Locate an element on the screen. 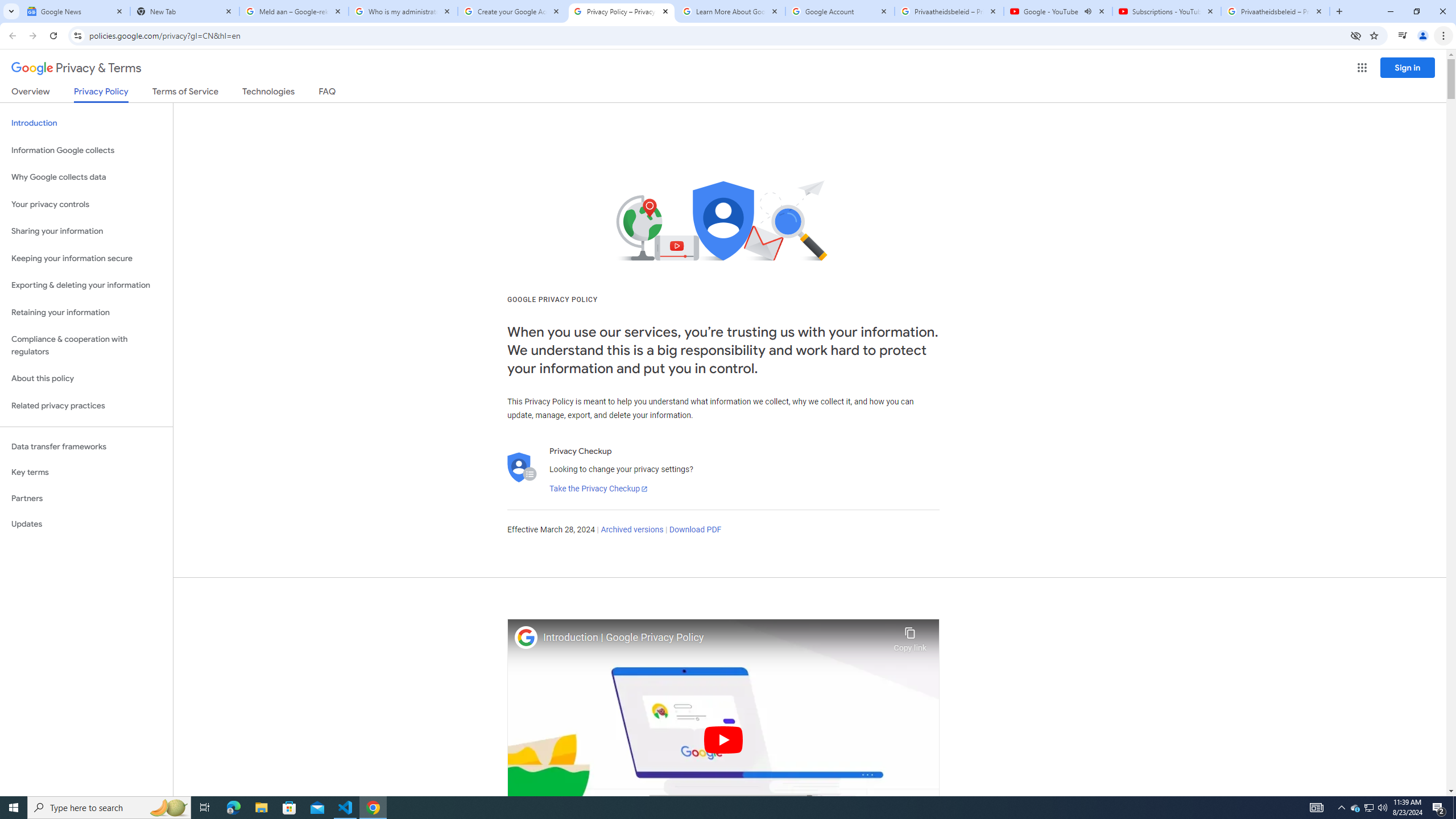 This screenshot has height=819, width=1456. 'Sharing your information' is located at coordinates (86, 230).